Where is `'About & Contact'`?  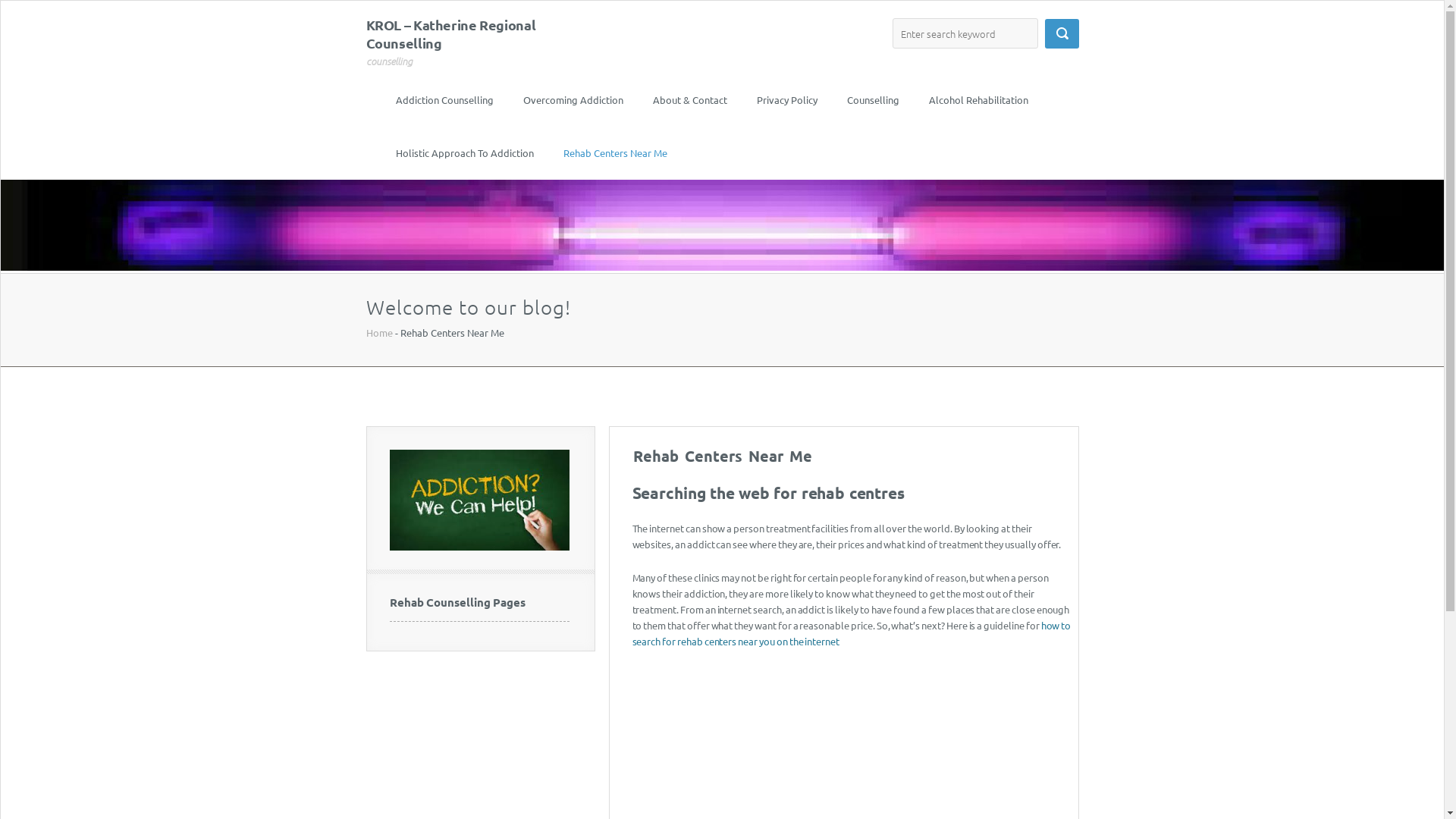 'About & Contact' is located at coordinates (651, 99).